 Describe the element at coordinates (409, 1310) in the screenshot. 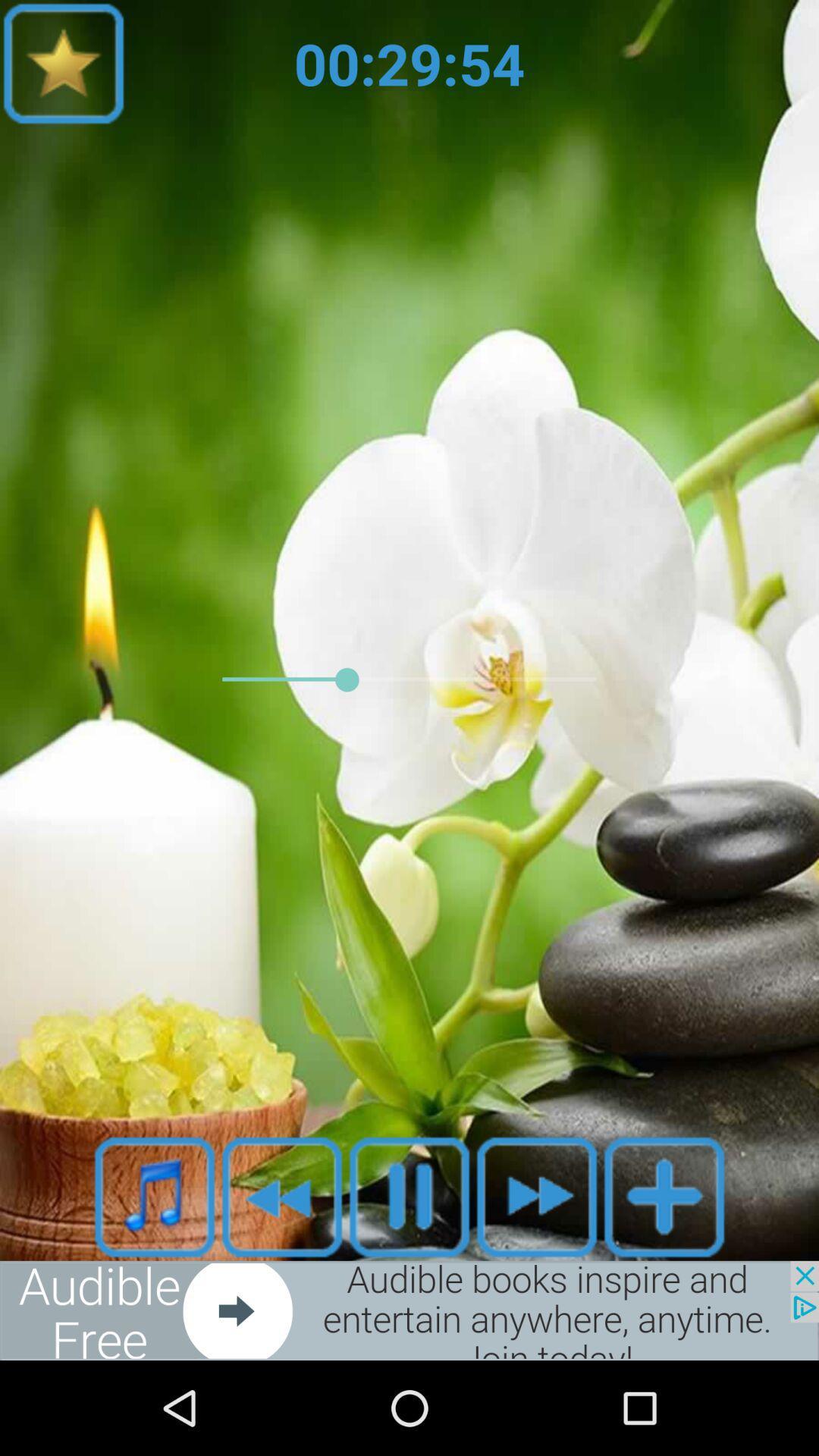

I see `advertisement` at that location.